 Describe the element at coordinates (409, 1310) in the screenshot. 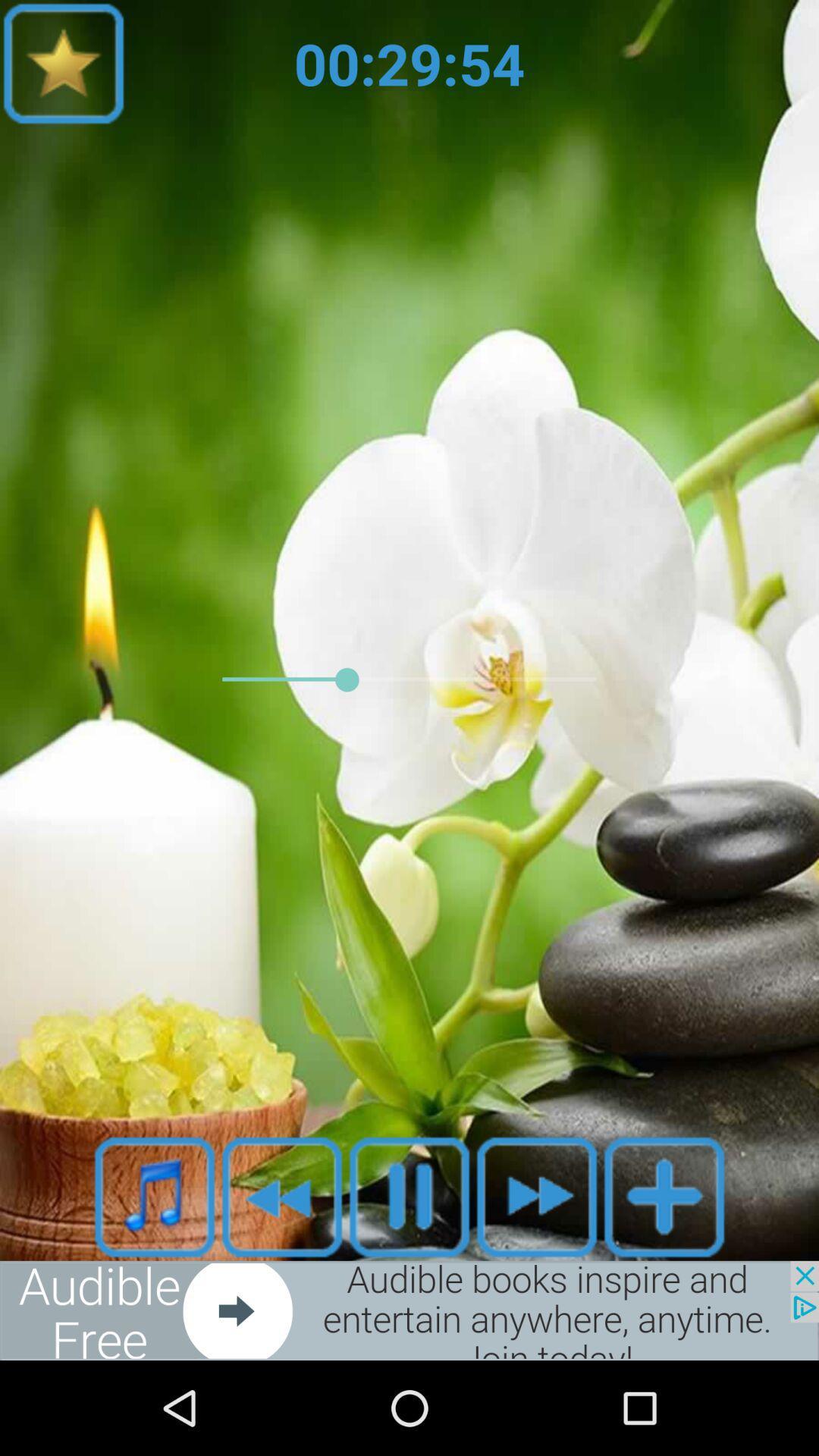

I see `advertisement` at that location.